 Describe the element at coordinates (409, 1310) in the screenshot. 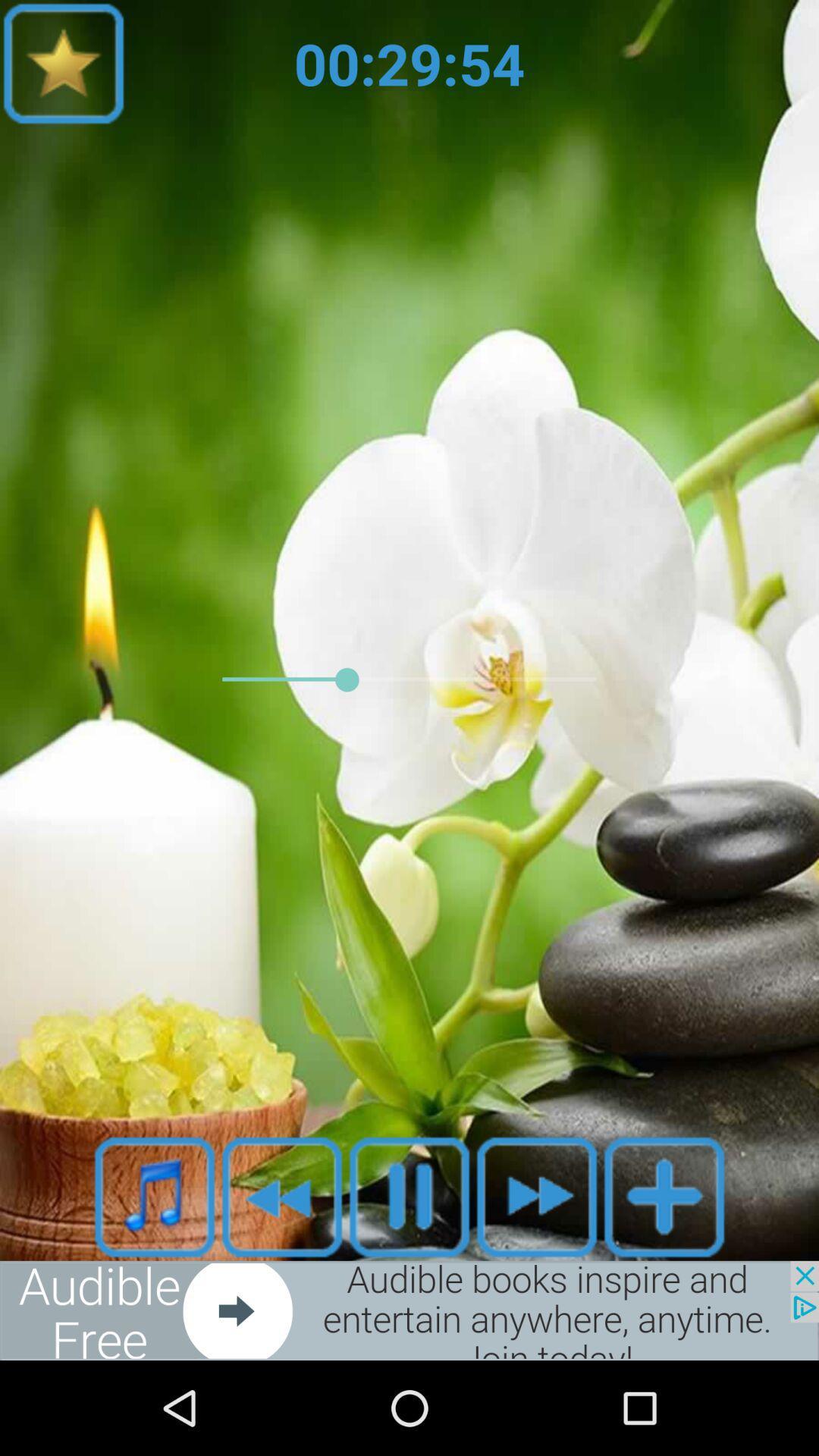

I see `advertisement` at that location.